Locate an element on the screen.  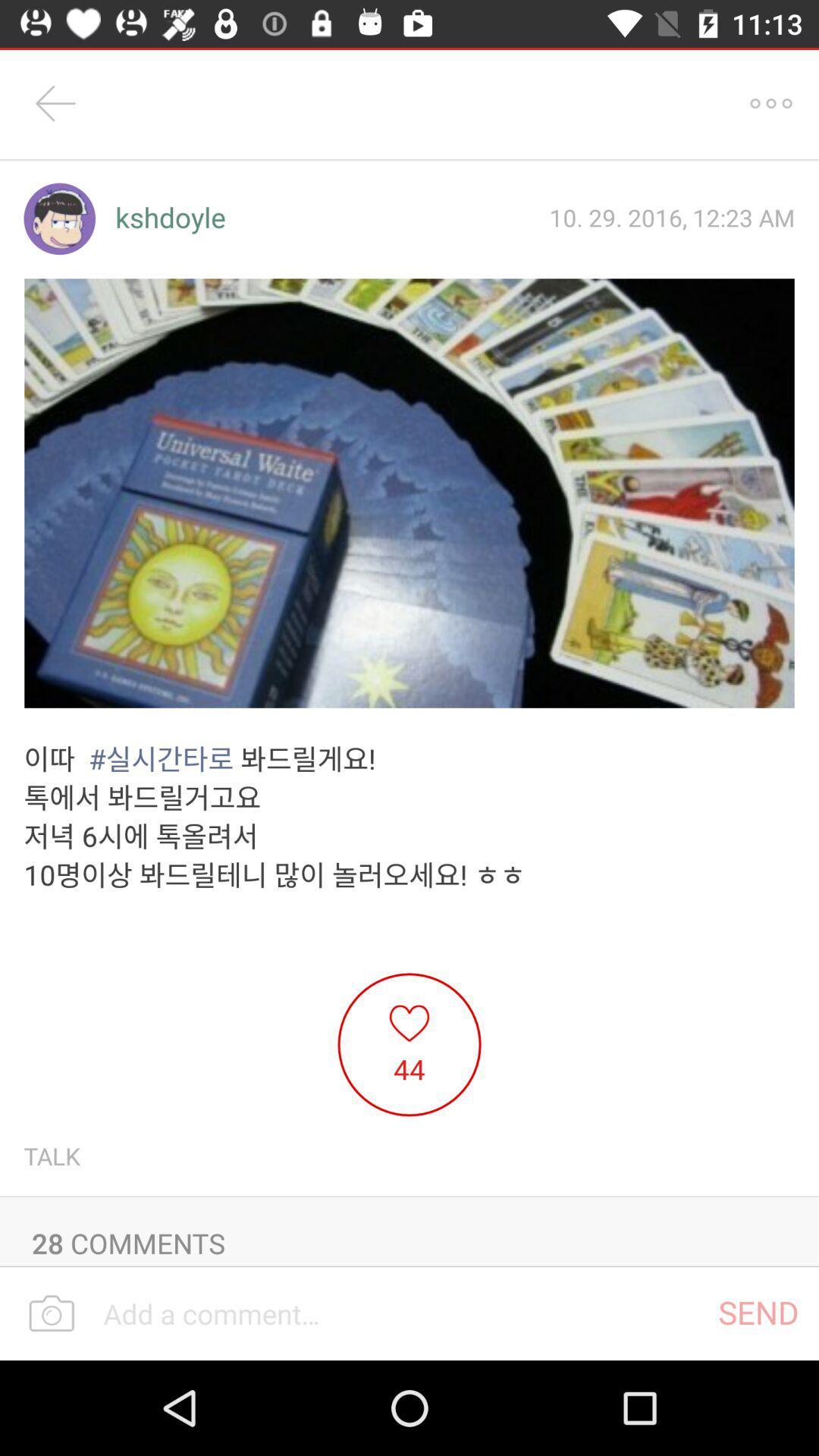
the first image below the kshdoyle is located at coordinates (409, 494).